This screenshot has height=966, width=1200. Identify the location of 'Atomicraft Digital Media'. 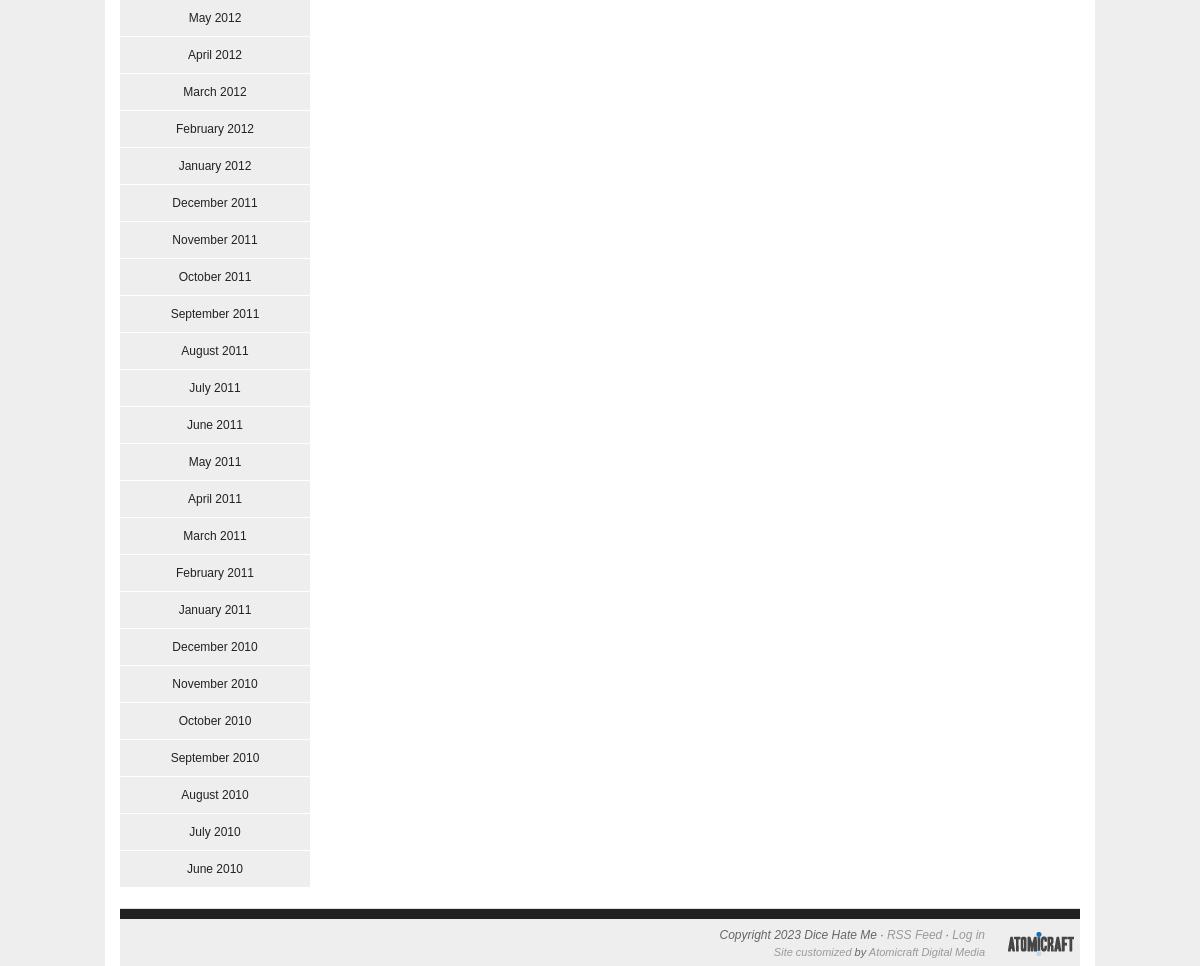
(926, 951).